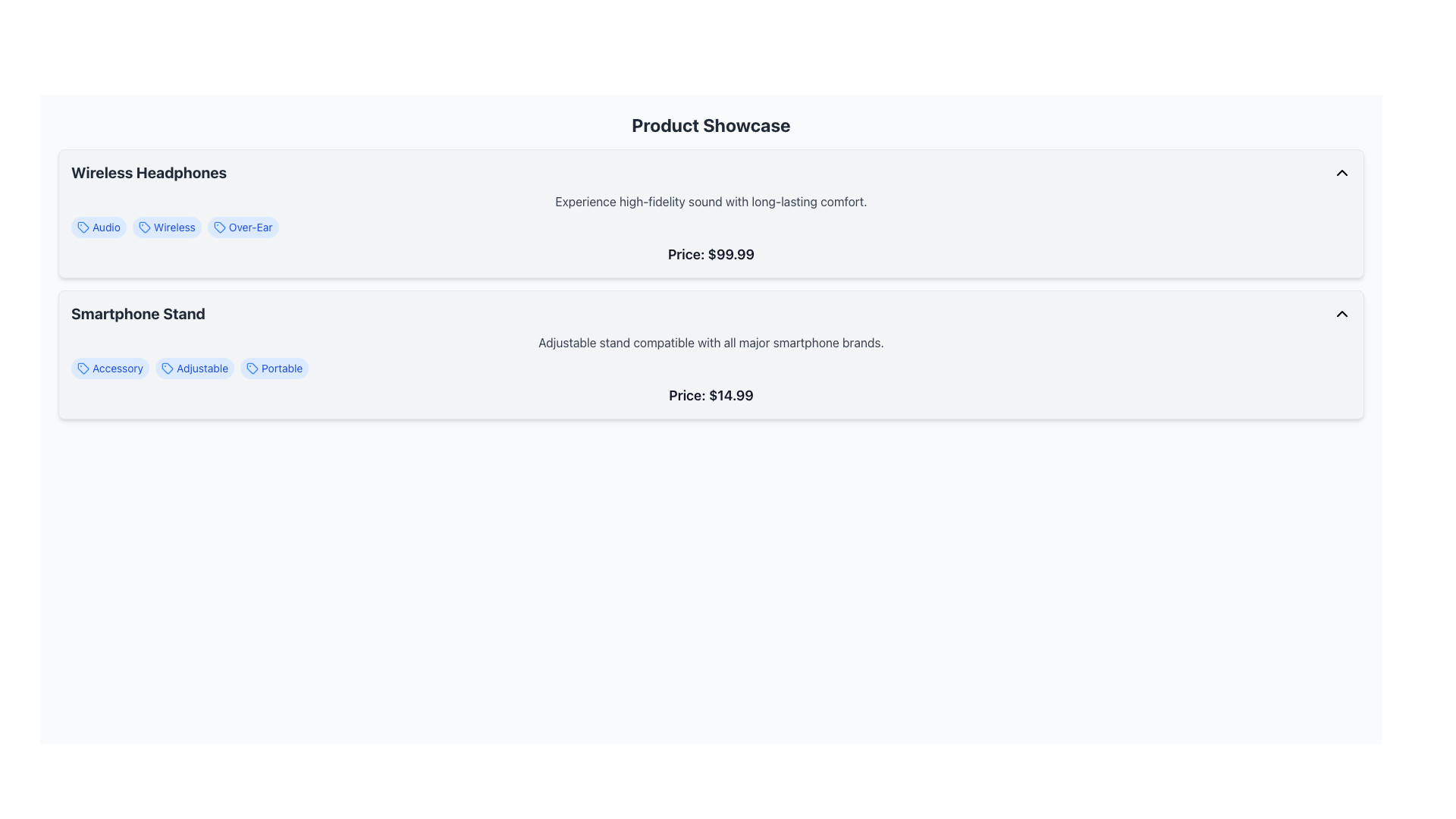 Image resolution: width=1456 pixels, height=819 pixels. What do you see at coordinates (138, 312) in the screenshot?
I see `the bold, large-sized text label reading 'Smartphone Stand' located within the second product card at the top of the details section` at bounding box center [138, 312].